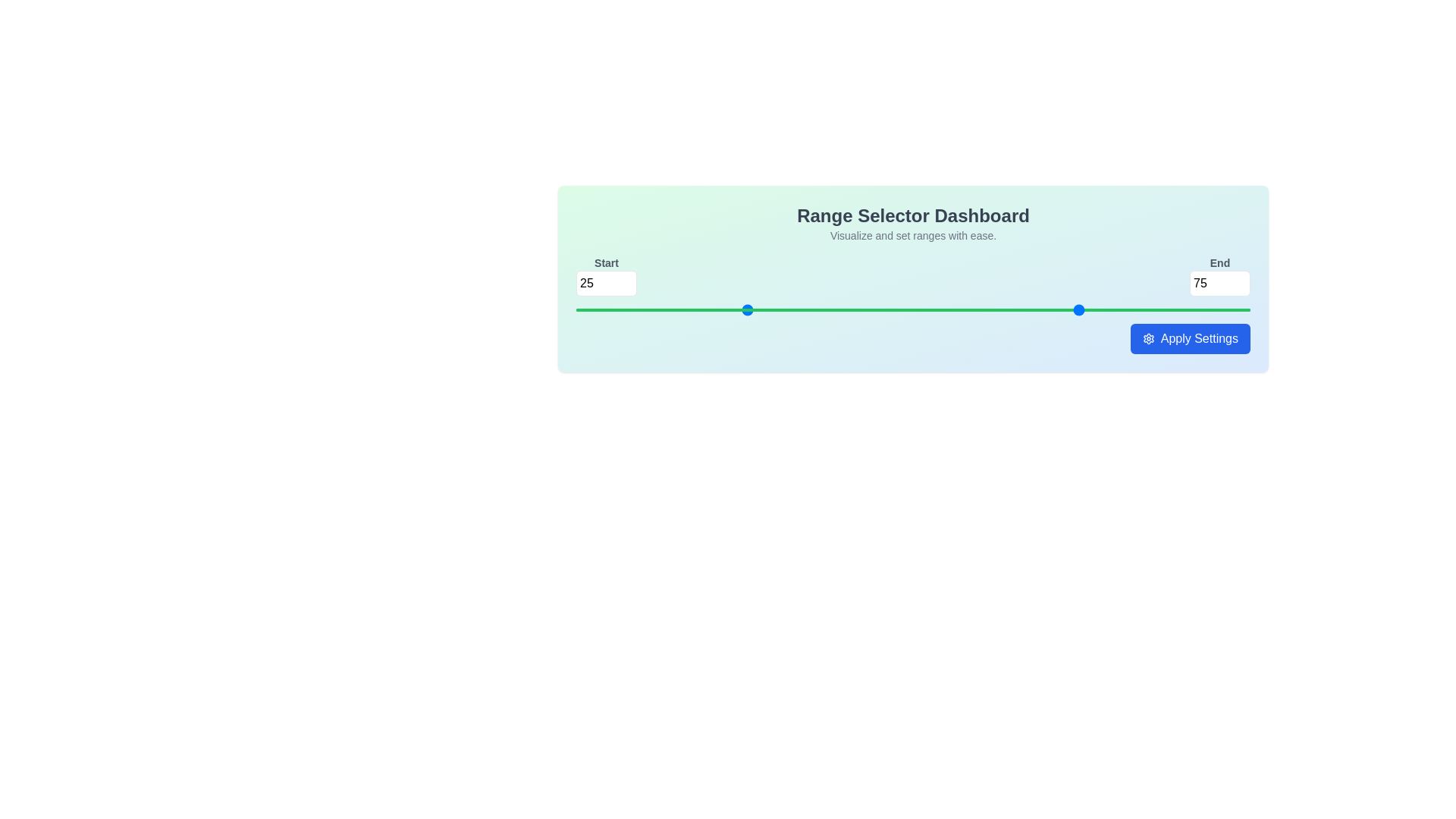  I want to click on the slider, so click(602, 309).